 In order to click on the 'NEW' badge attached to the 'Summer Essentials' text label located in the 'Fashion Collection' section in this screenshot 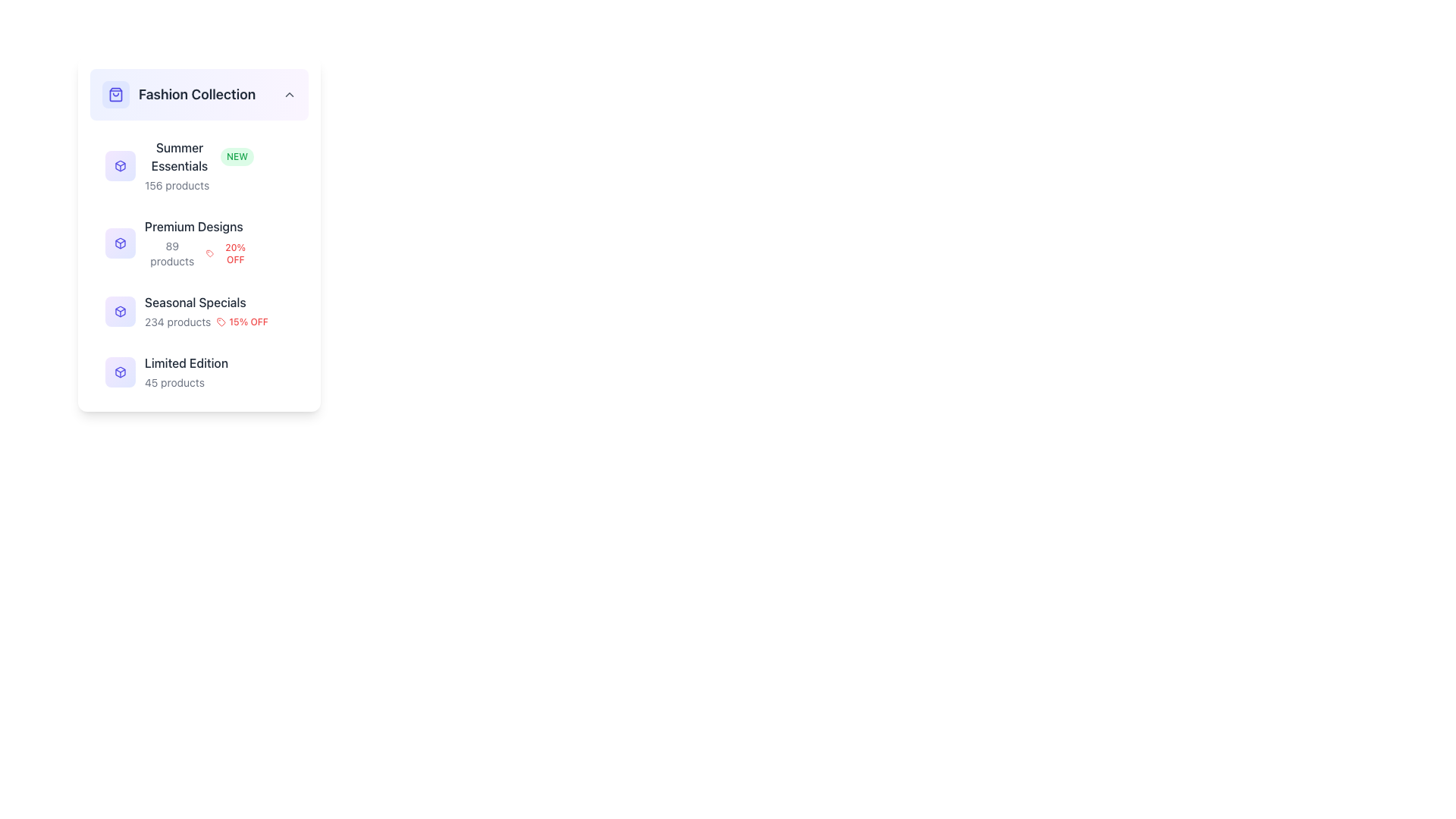, I will do `click(199, 157)`.